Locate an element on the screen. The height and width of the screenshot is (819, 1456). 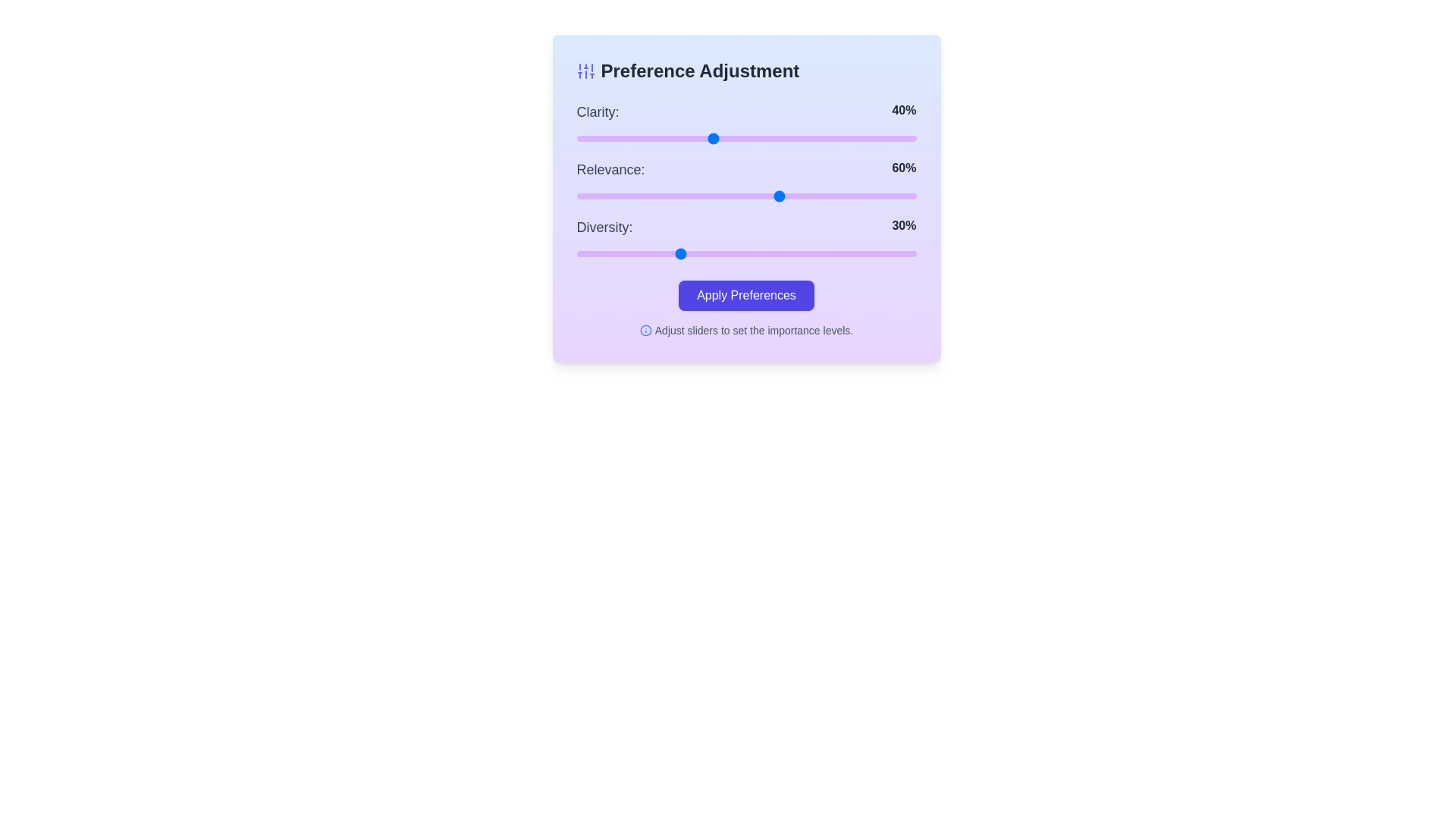
the 0 slider to 20% is located at coordinates (645, 138).